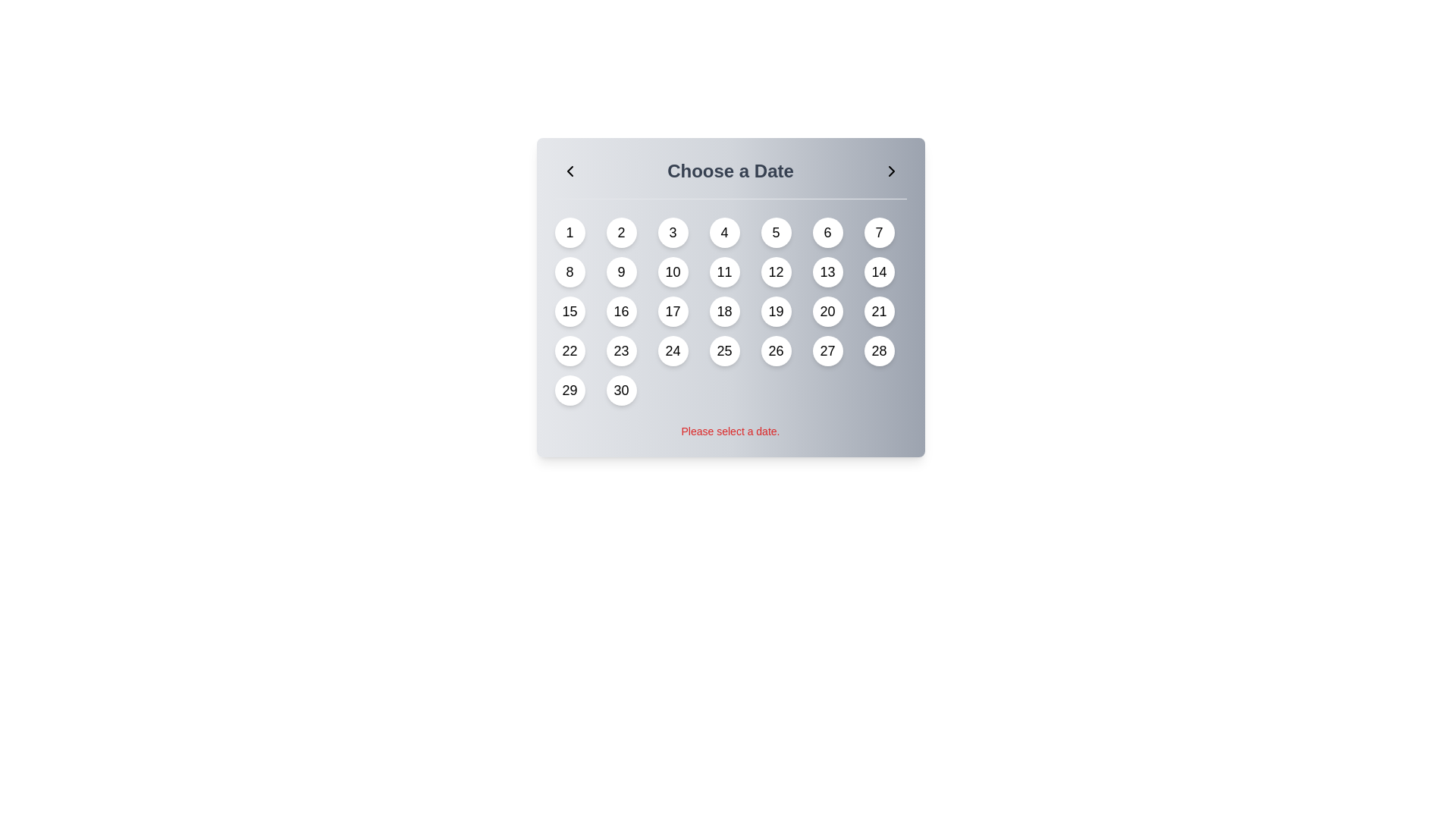 Image resolution: width=1456 pixels, height=819 pixels. I want to click on the selectable button for the date '27' in the date picker interface, so click(827, 350).